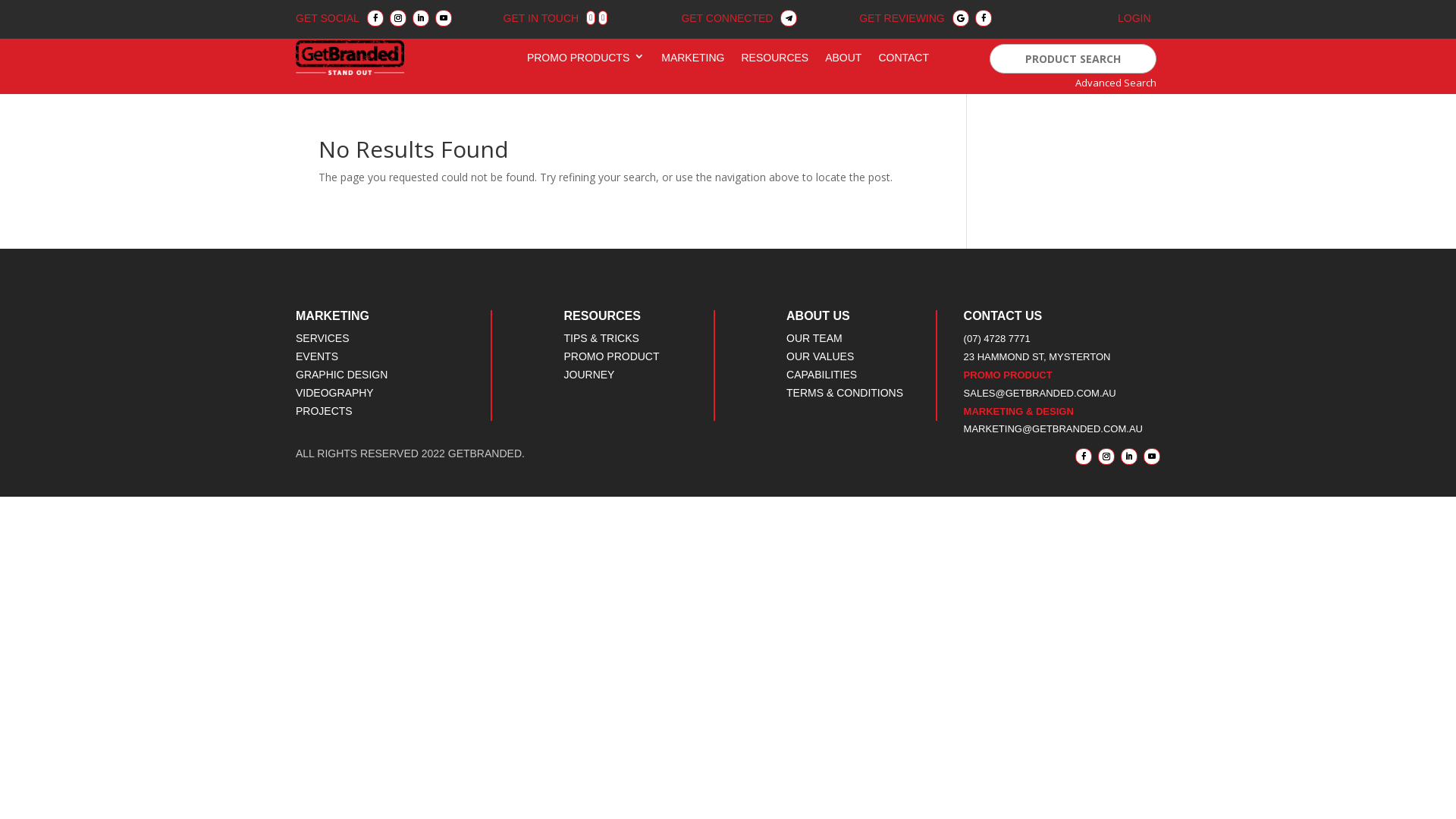 The image size is (1456, 819). What do you see at coordinates (340, 374) in the screenshot?
I see `'GRAPHIC DESIGN'` at bounding box center [340, 374].